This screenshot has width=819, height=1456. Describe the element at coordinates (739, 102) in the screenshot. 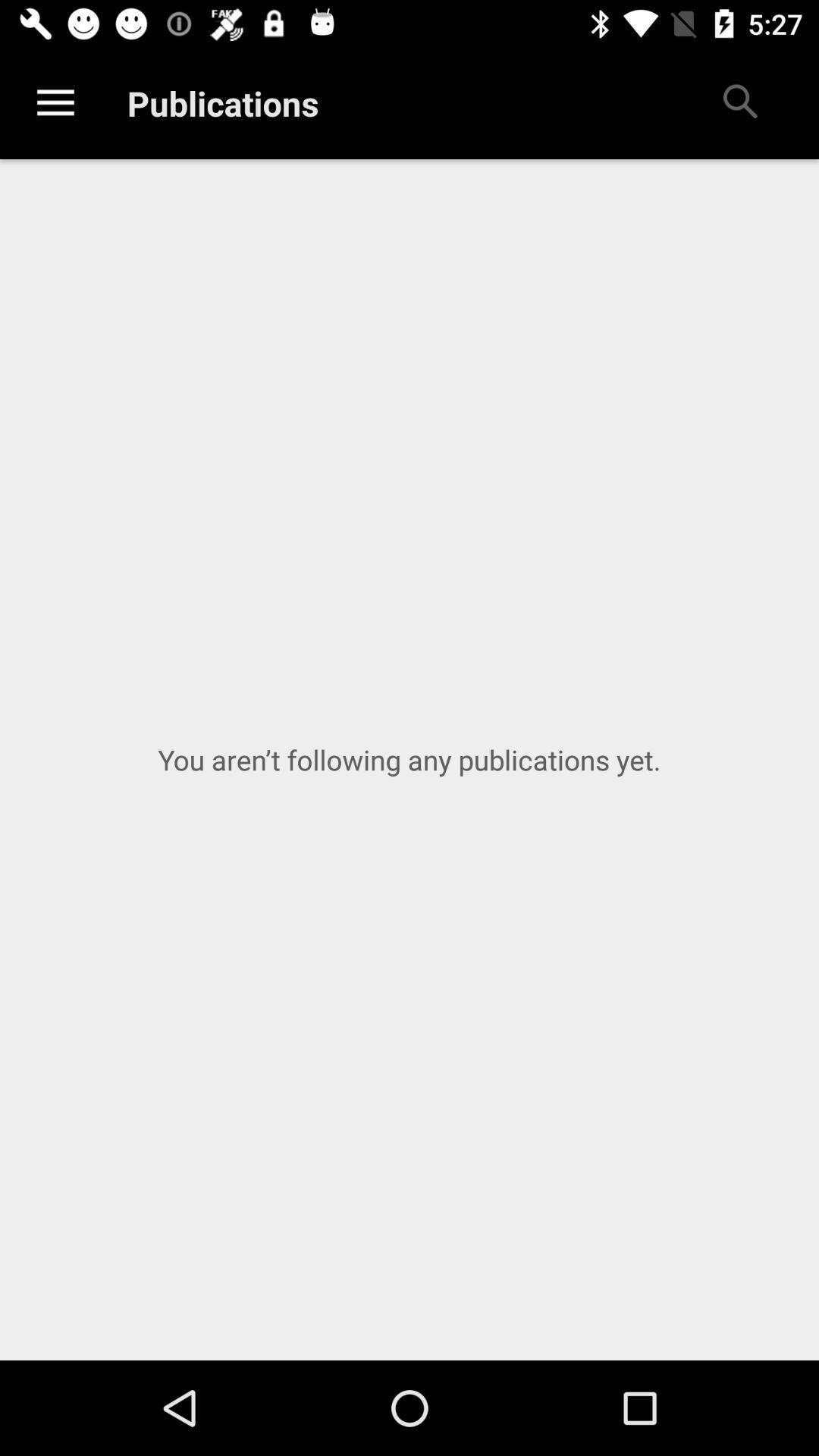

I see `icon at the top right corner` at that location.